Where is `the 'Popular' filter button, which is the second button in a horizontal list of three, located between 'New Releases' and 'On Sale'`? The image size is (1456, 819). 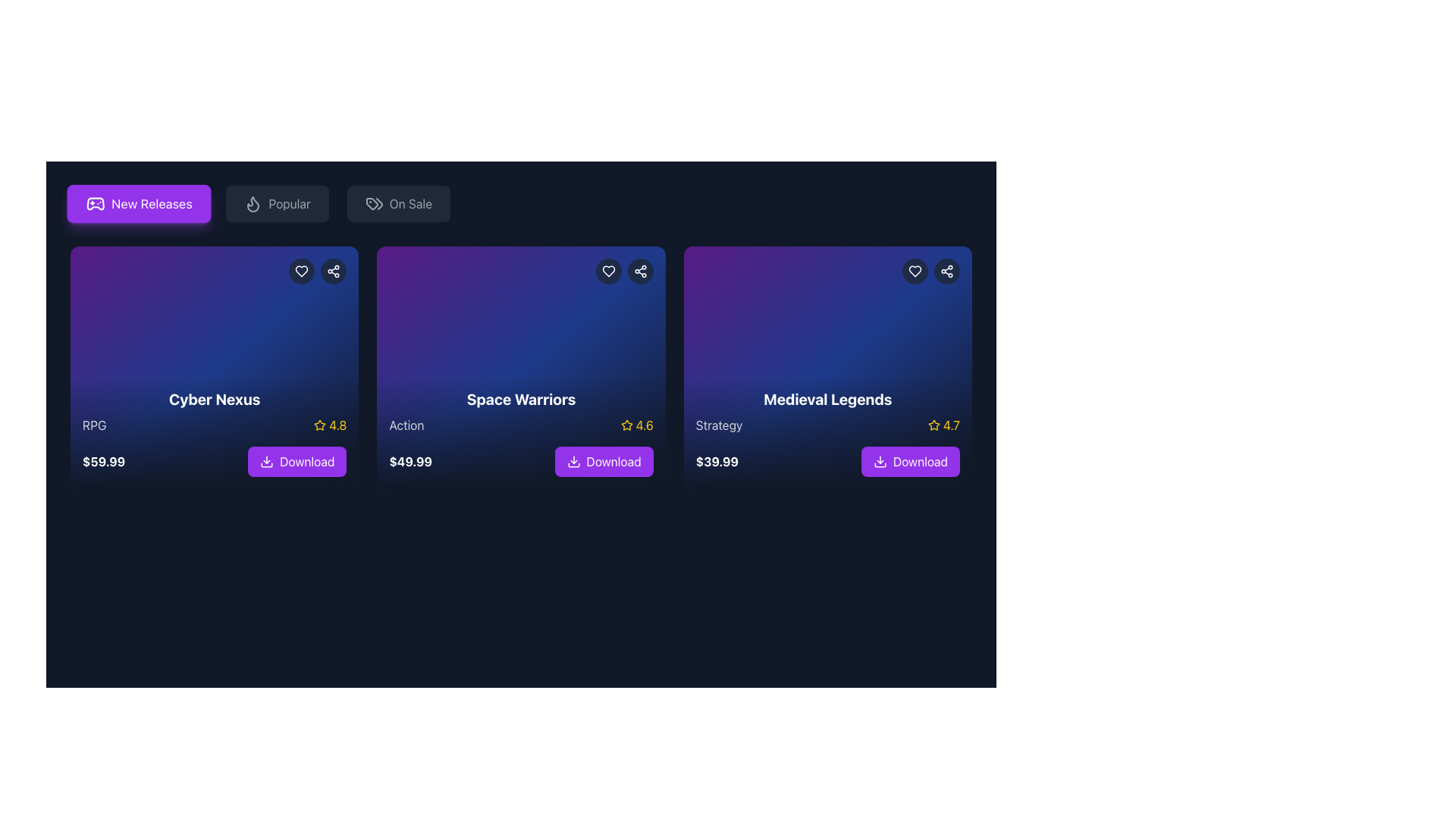 the 'Popular' filter button, which is the second button in a horizontal list of three, located between 'New Releases' and 'On Sale' is located at coordinates (278, 203).